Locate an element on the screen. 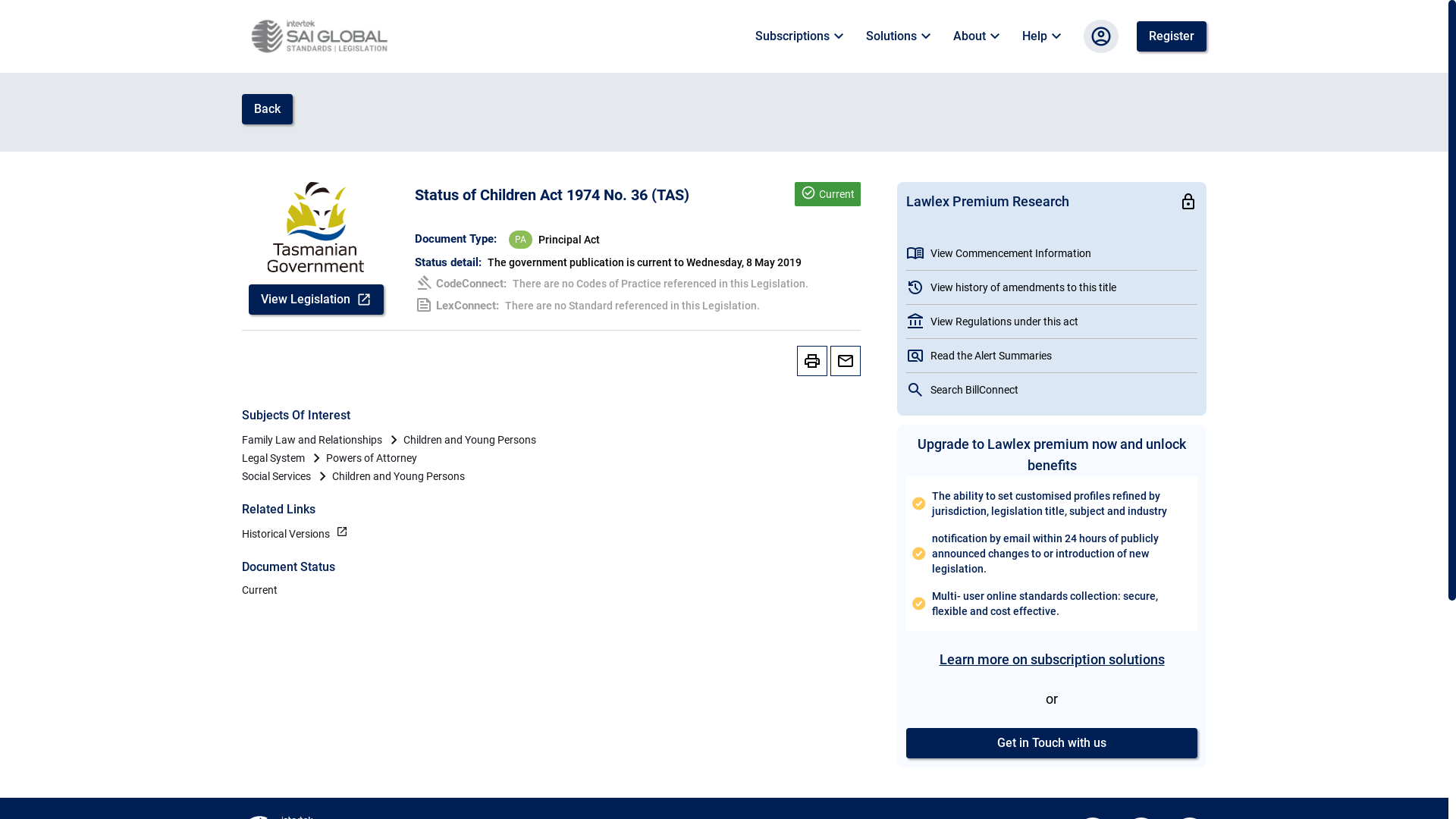 This screenshot has width=1456, height=819. 'Family Law and Relationships' is located at coordinates (311, 439).